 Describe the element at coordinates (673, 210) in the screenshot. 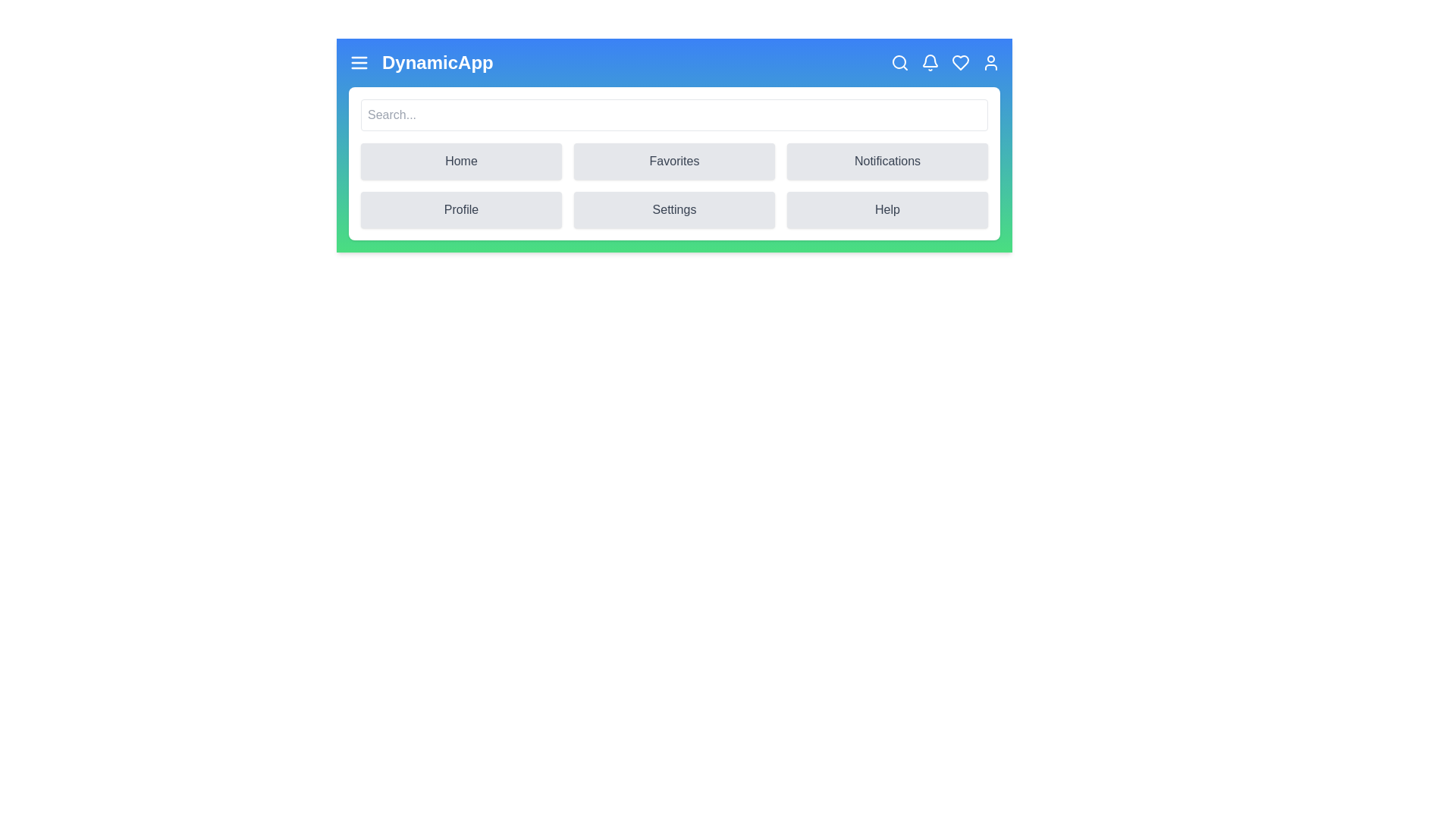

I see `the Settings button in the menu` at that location.